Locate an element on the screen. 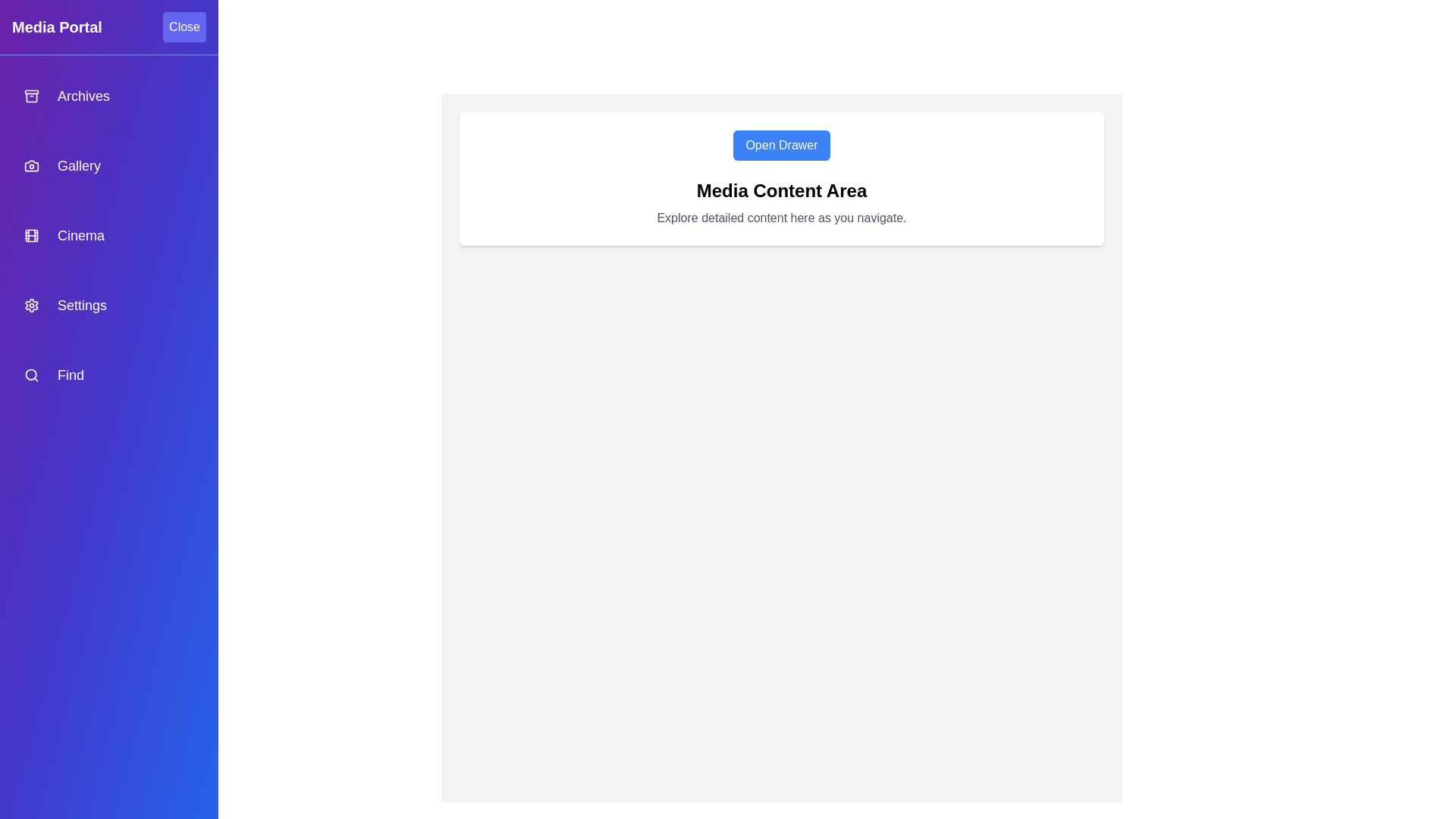 This screenshot has width=1456, height=819. 'Close' button to close the media drawer is located at coordinates (184, 27).